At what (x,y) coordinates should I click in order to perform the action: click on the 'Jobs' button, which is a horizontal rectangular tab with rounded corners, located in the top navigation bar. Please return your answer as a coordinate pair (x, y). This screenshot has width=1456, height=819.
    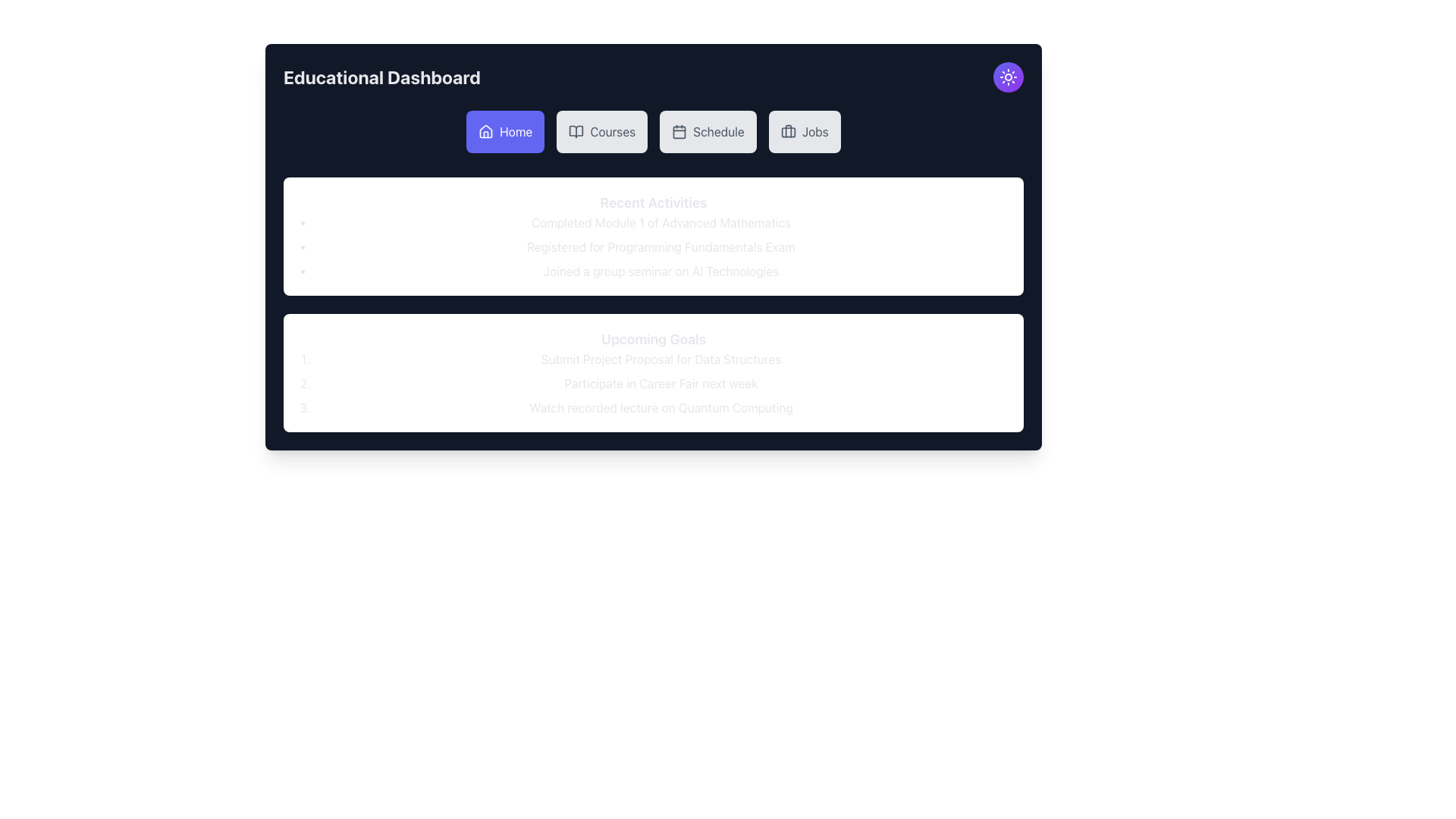
    Looking at the image, I should click on (803, 130).